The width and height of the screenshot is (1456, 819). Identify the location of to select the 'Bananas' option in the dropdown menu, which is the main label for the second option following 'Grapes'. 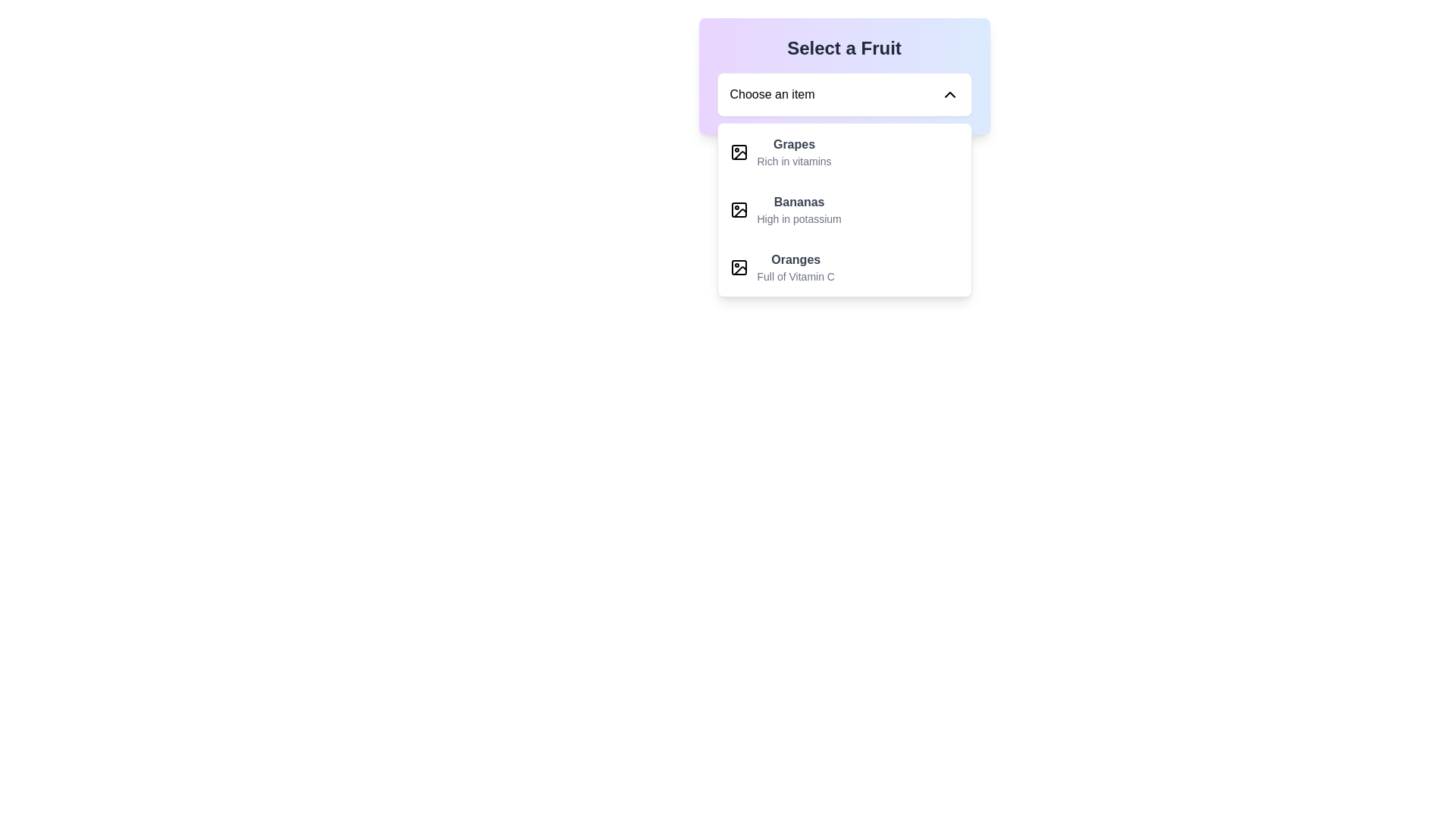
(799, 201).